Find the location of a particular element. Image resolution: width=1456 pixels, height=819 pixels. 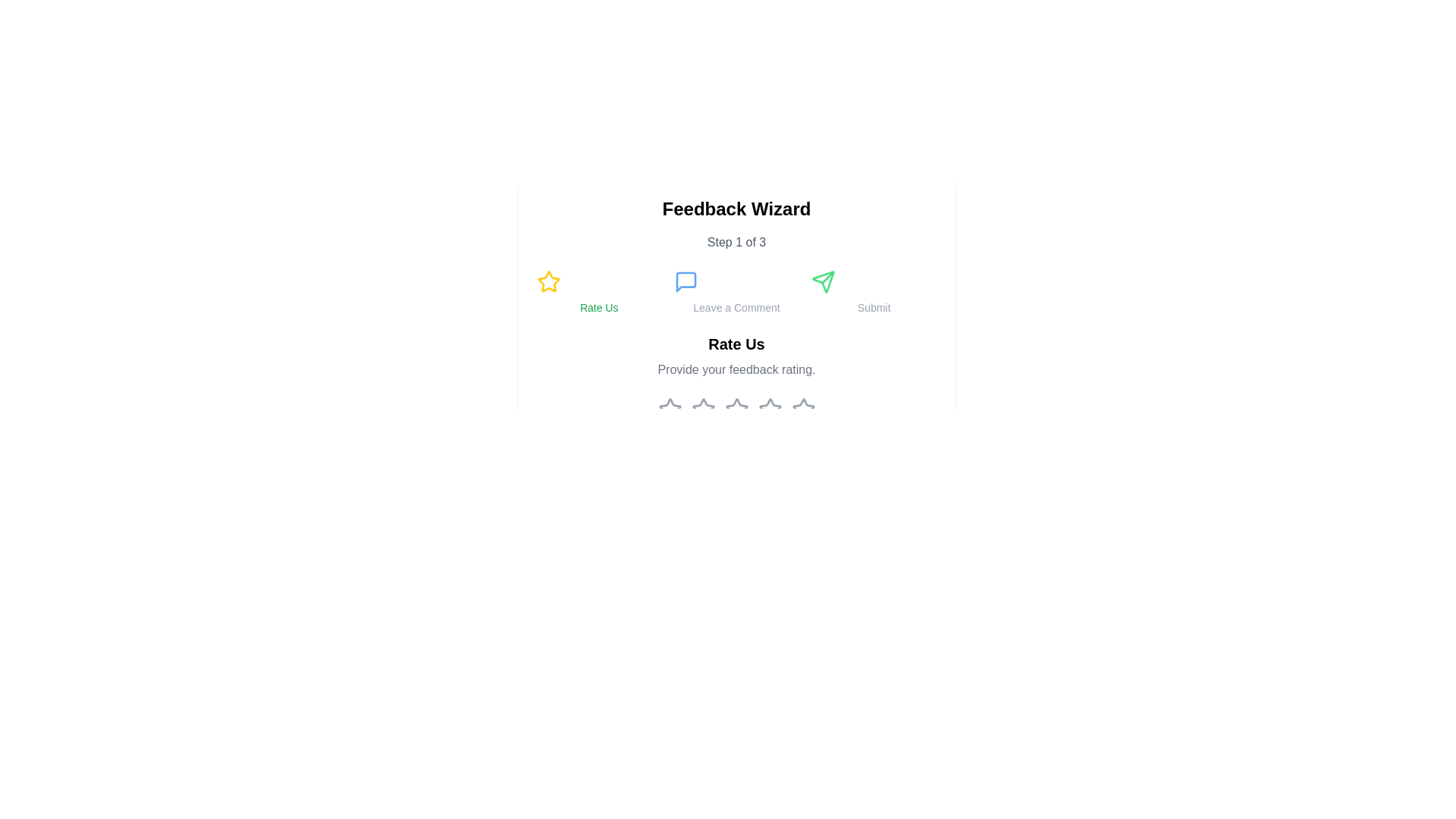

the static text label that serves as a title or instruction, located beneath the yellow star icon and above the row of interactive icons is located at coordinates (598, 307).